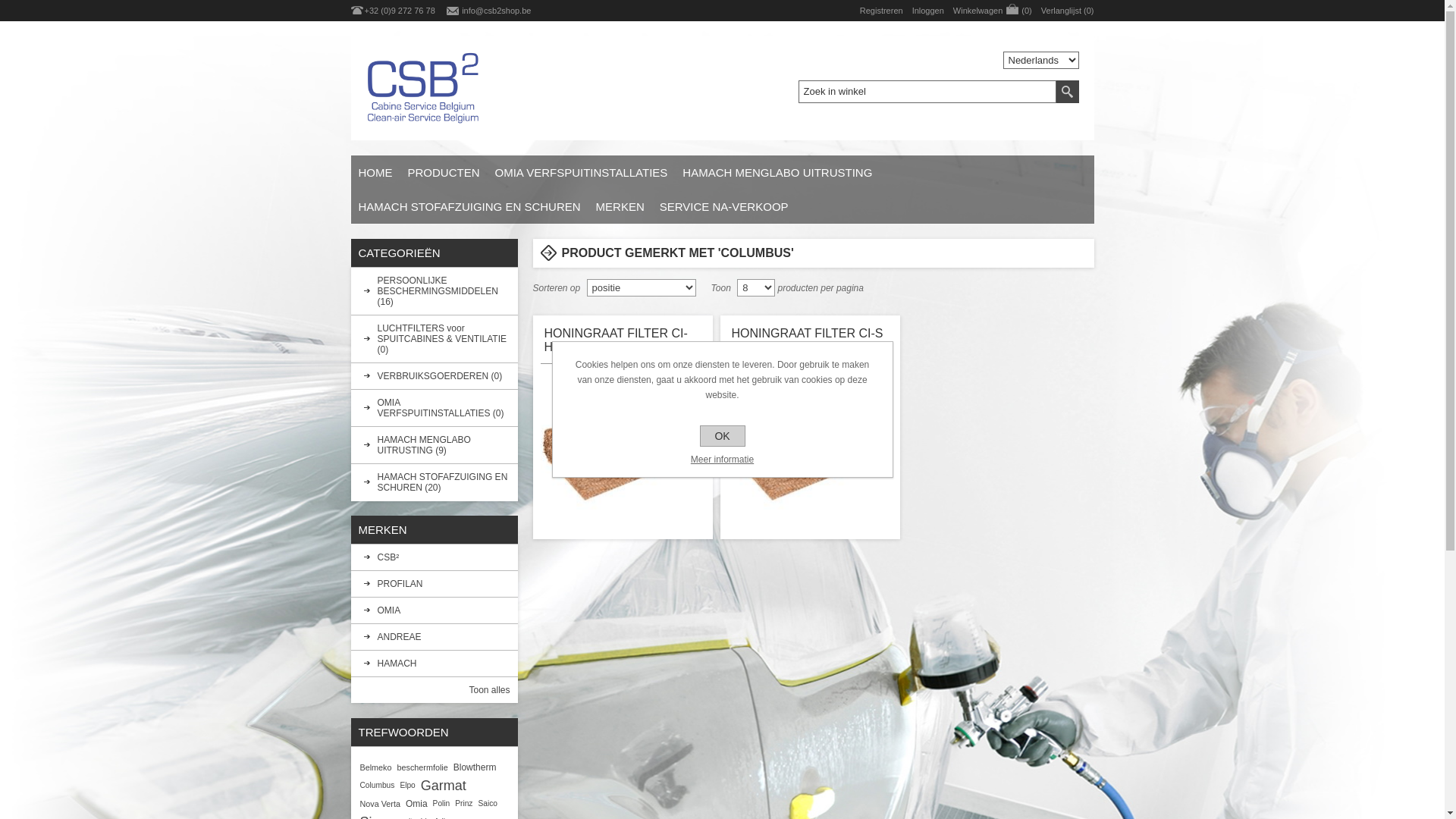 The width and height of the screenshot is (1456, 819). Describe the element at coordinates (474, 767) in the screenshot. I see `'Blowtherm'` at that location.